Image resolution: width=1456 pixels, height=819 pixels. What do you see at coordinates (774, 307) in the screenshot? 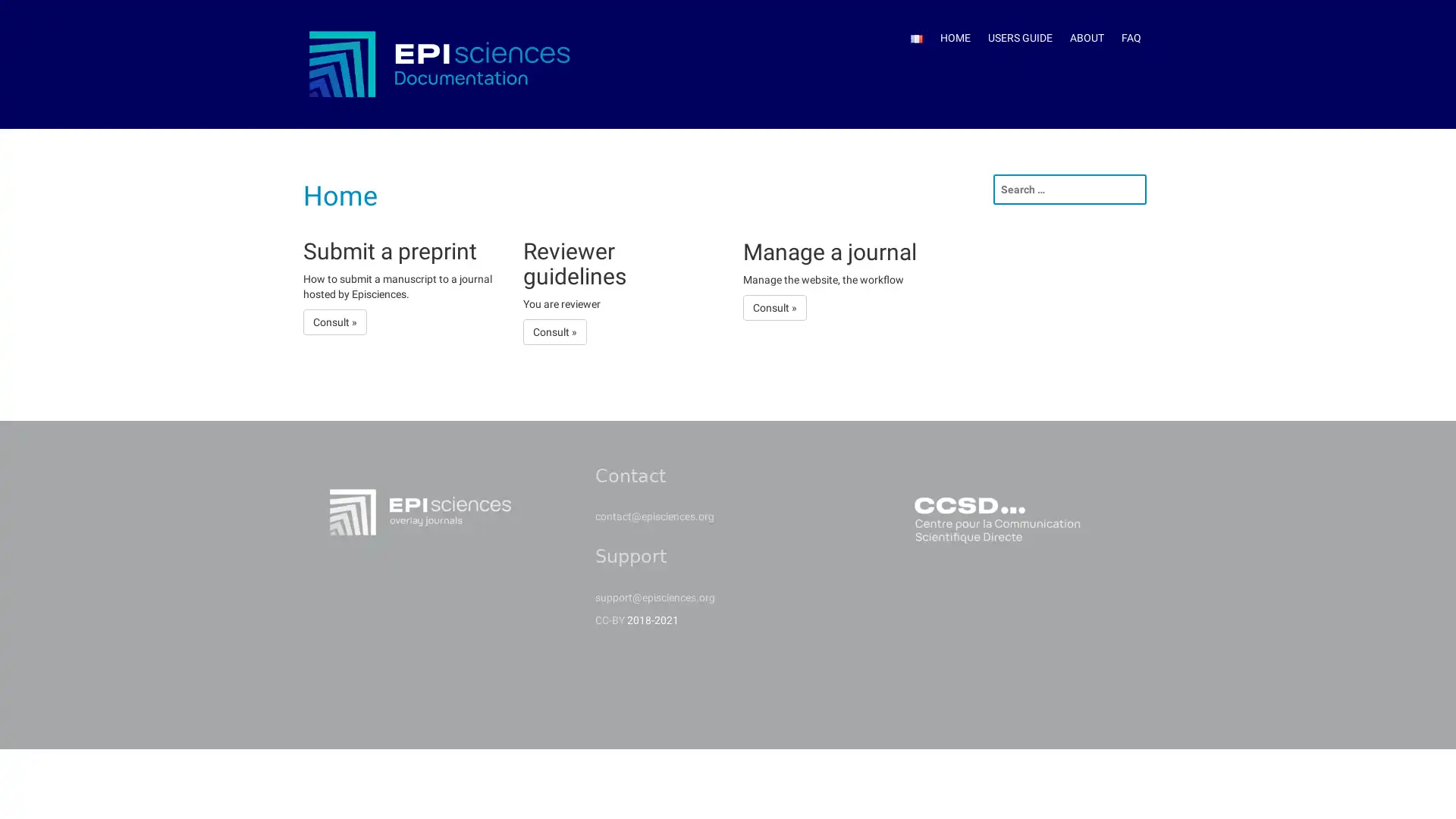
I see `Consult` at bounding box center [774, 307].